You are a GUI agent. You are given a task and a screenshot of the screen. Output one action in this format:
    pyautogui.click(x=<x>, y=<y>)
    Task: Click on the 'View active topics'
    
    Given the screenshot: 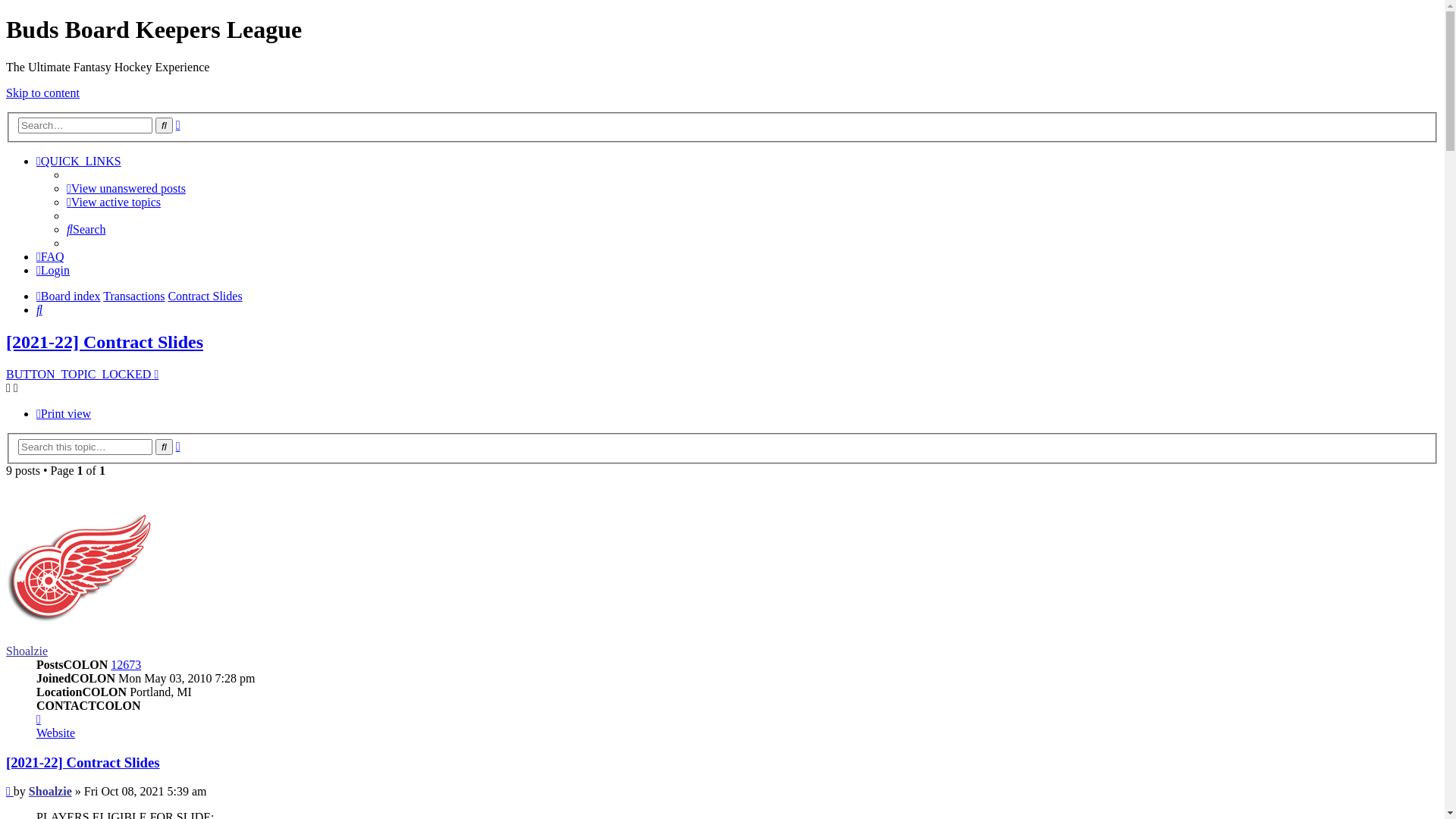 What is the action you would take?
    pyautogui.click(x=112, y=201)
    